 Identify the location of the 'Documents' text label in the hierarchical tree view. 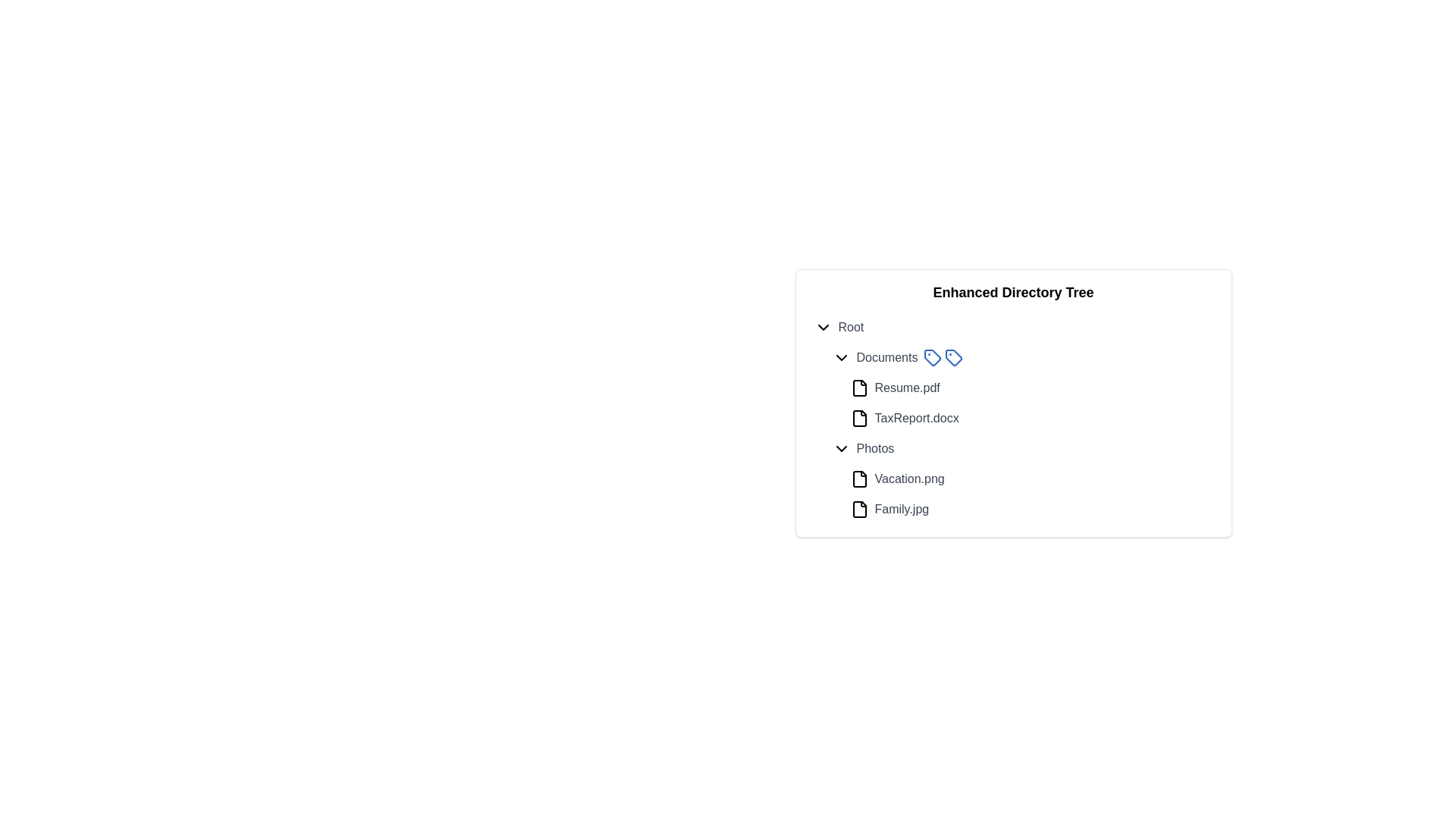
(887, 357).